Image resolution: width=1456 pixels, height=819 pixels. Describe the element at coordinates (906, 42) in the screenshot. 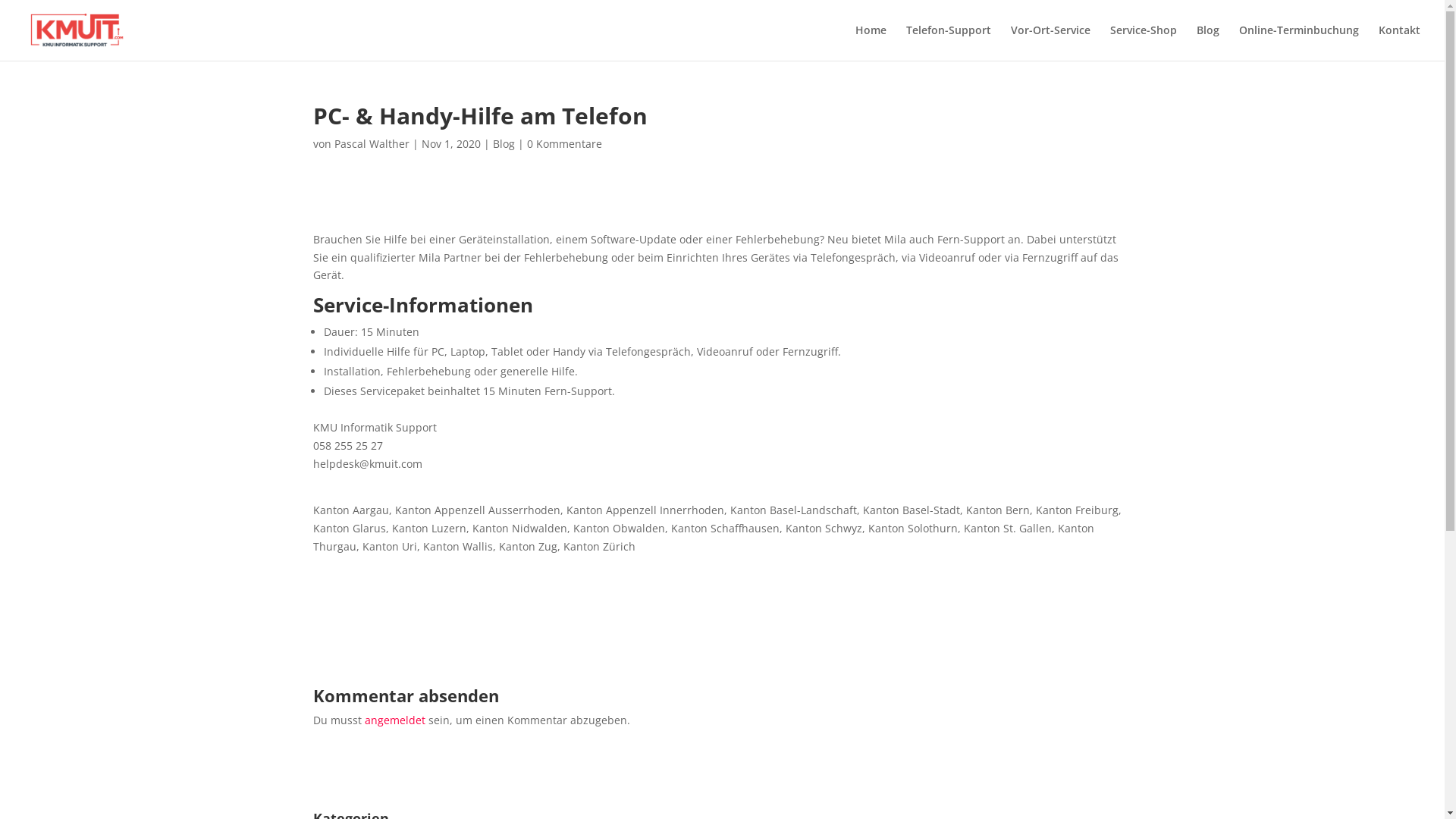

I see `'Telefon-Support'` at that location.